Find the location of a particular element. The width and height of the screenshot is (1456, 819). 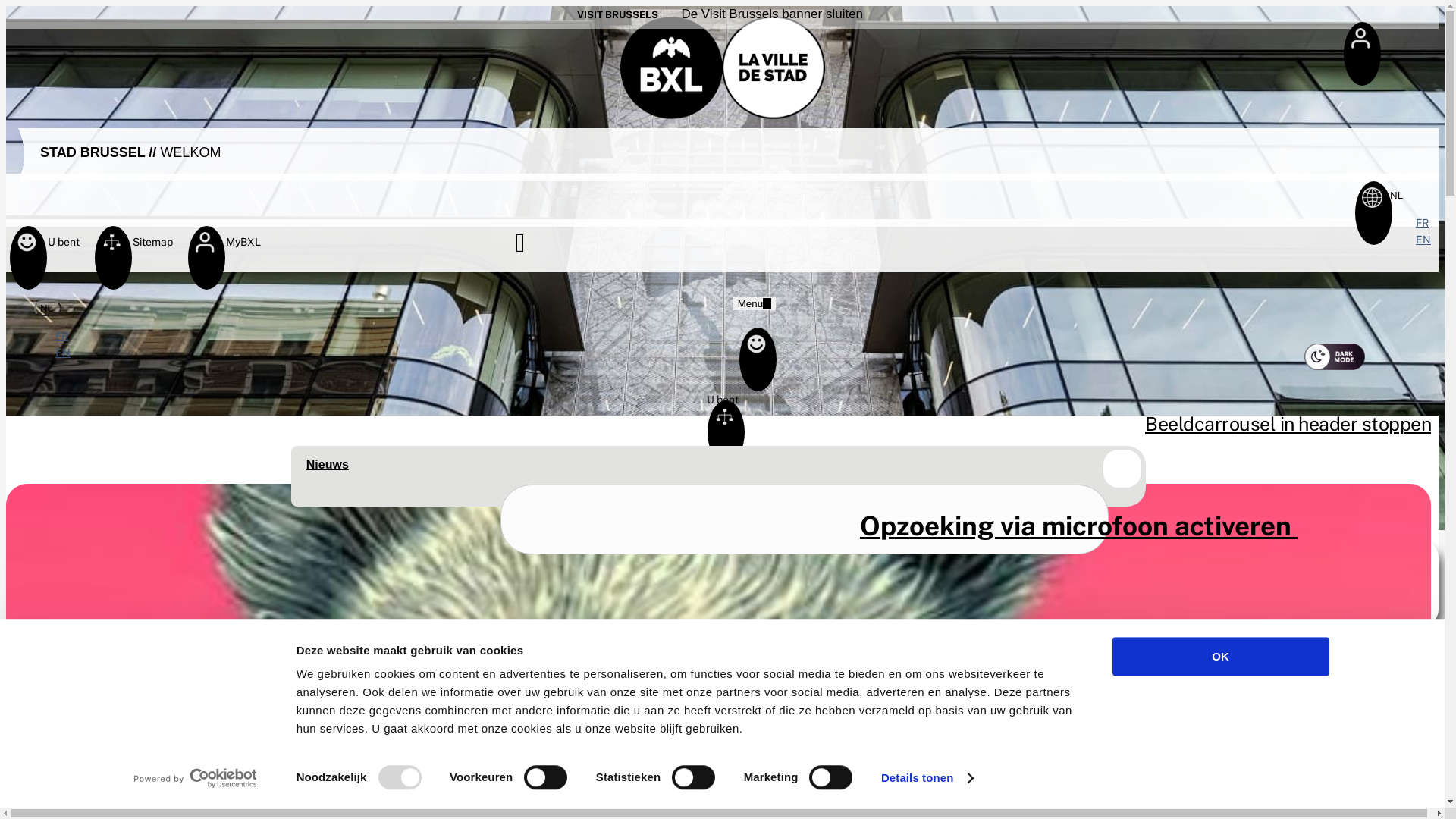

'Homepage Stad Brussel' is located at coordinates (722, 63).